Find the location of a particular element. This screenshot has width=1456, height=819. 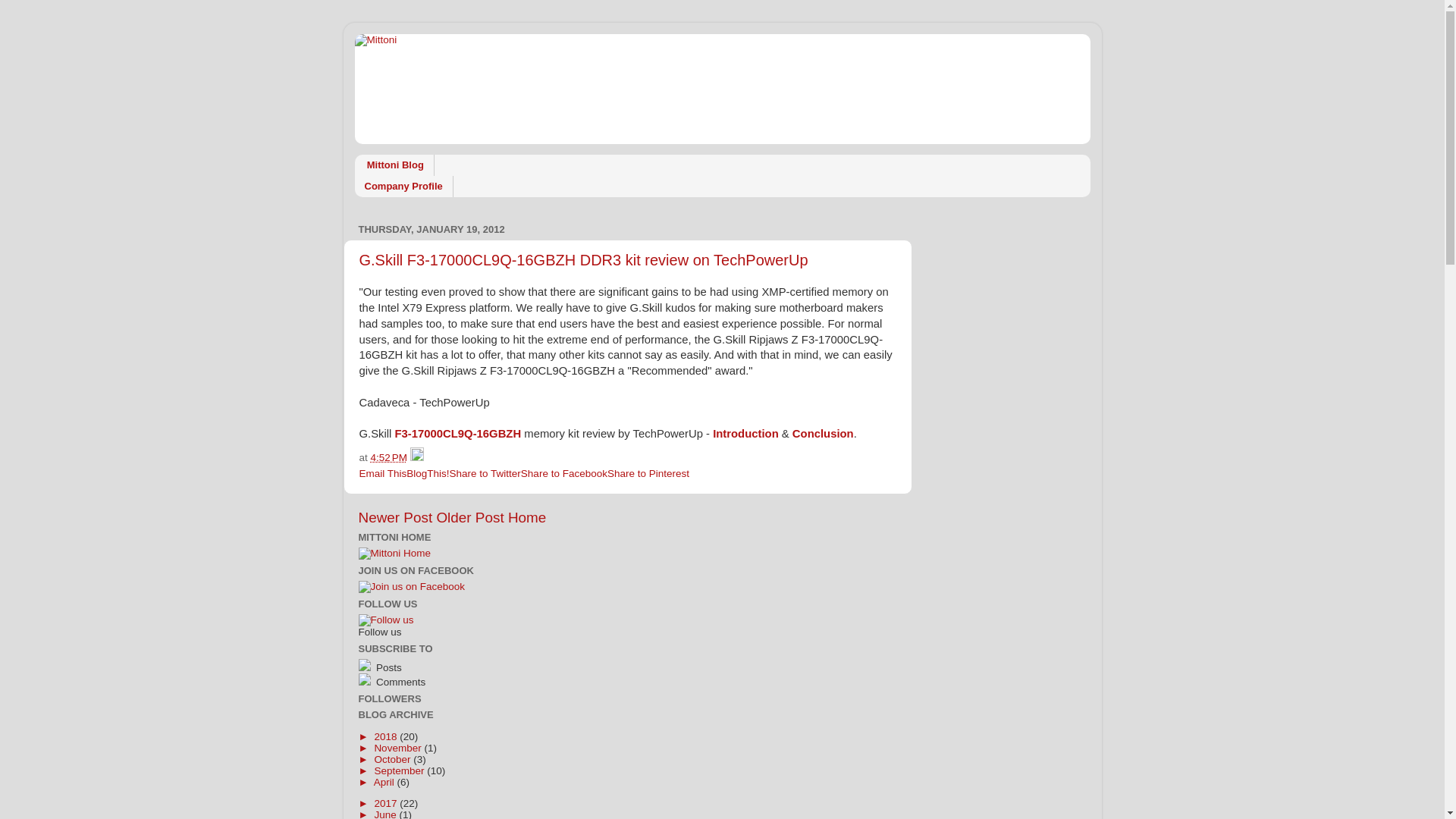

'November' is located at coordinates (399, 746).